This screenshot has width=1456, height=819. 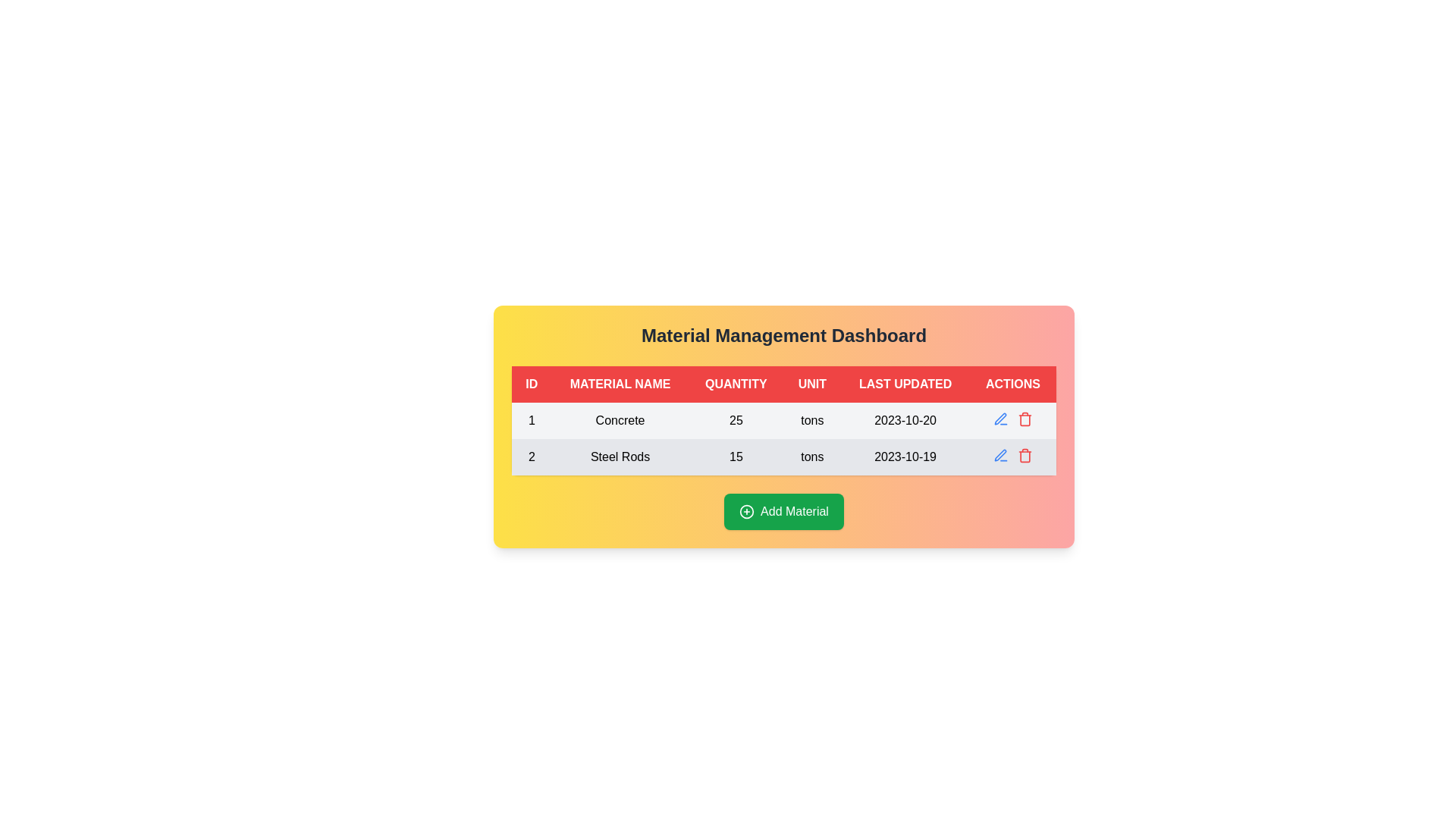 I want to click on the Text label in the 'UNIT' column of the Material Management Dashboard that indicates the unit of measurement for the 'QUANTITY' column, specifically for the 'Concrete' entry, so click(x=811, y=421).